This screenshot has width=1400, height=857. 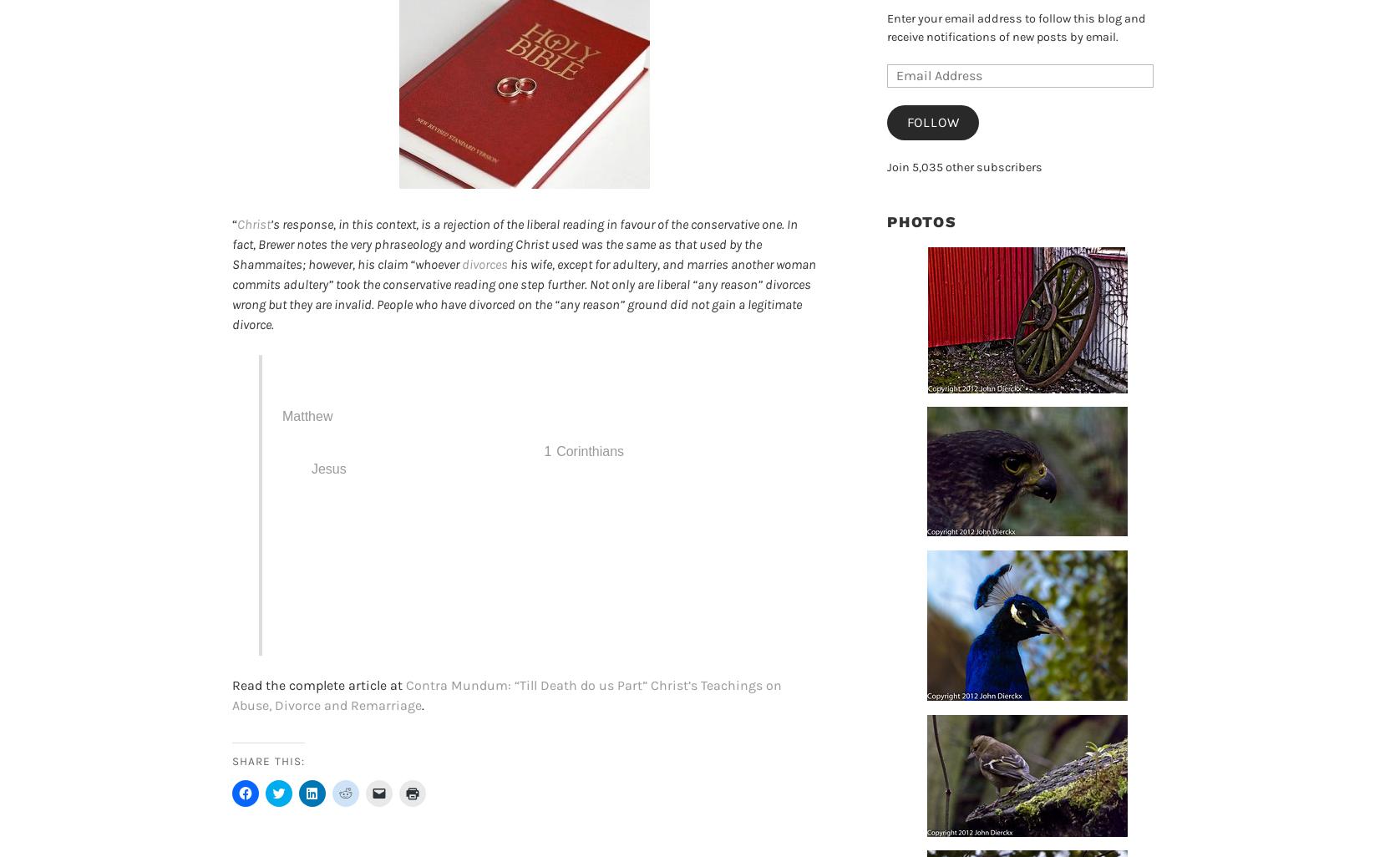 What do you see at coordinates (529, 494) in the screenshot?
I see `'’. Taken in its context, Jesus was not condemning a person who, after being abandoned, walked away from the marriage and remarried. Material and physical neglect as a ground of divorce was not in question. In Jesus’ teaching he was simply rejecting the “any reason” approach of the liberal school.'` at bounding box center [529, 494].